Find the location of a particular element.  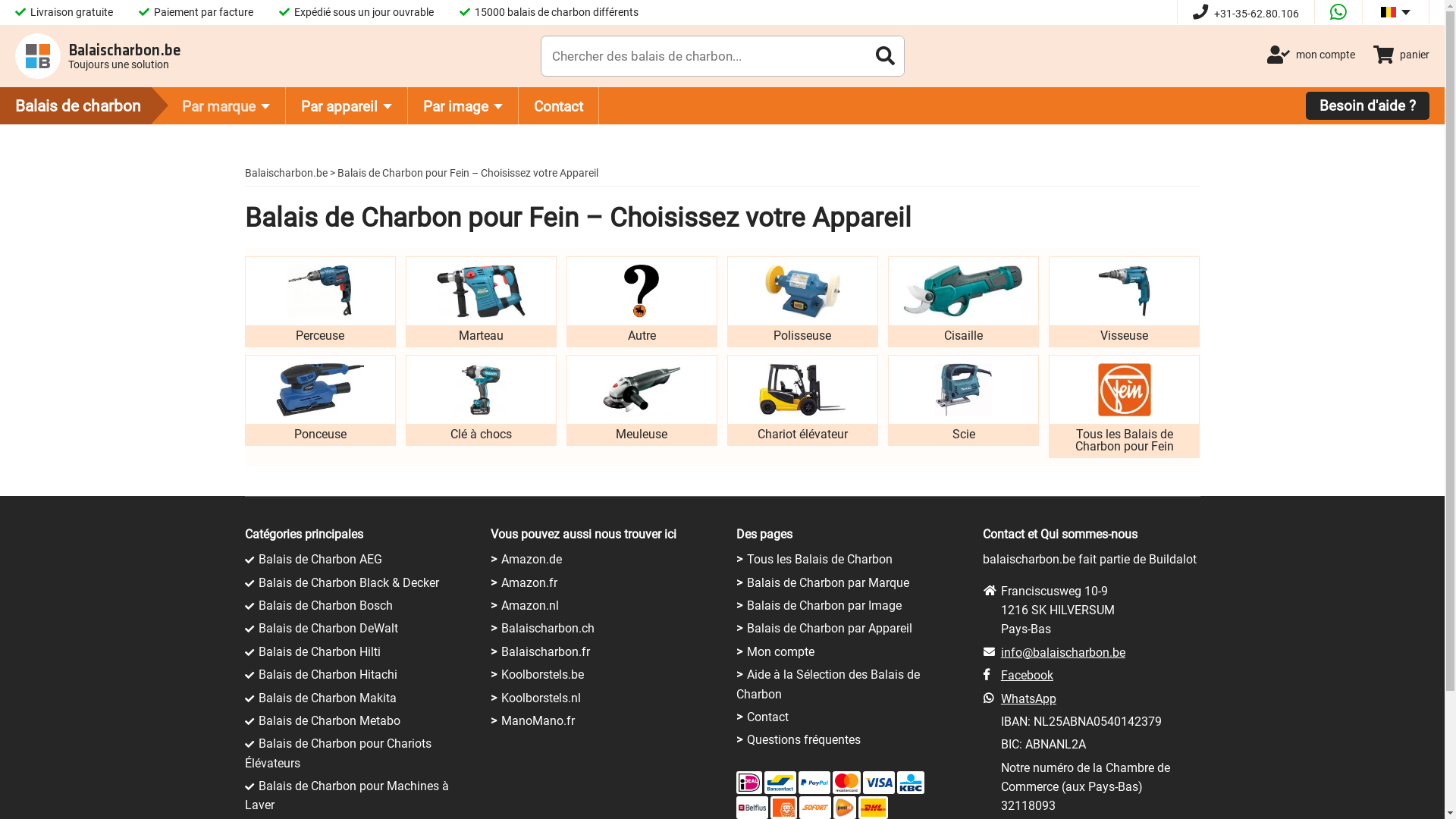

'Amazon.fr' is located at coordinates (501, 582).